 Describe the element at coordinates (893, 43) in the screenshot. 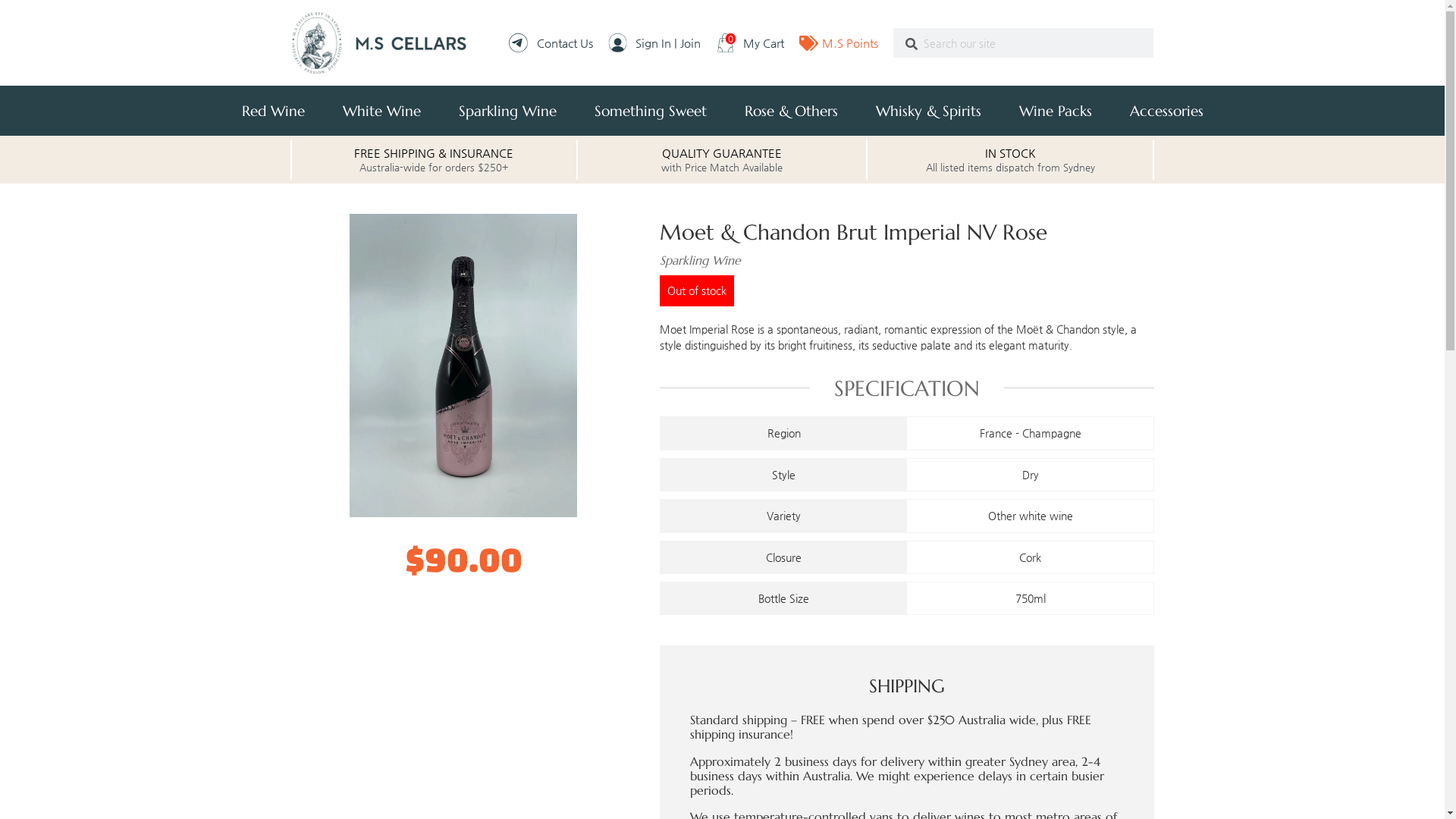

I see `'Submit'` at that location.